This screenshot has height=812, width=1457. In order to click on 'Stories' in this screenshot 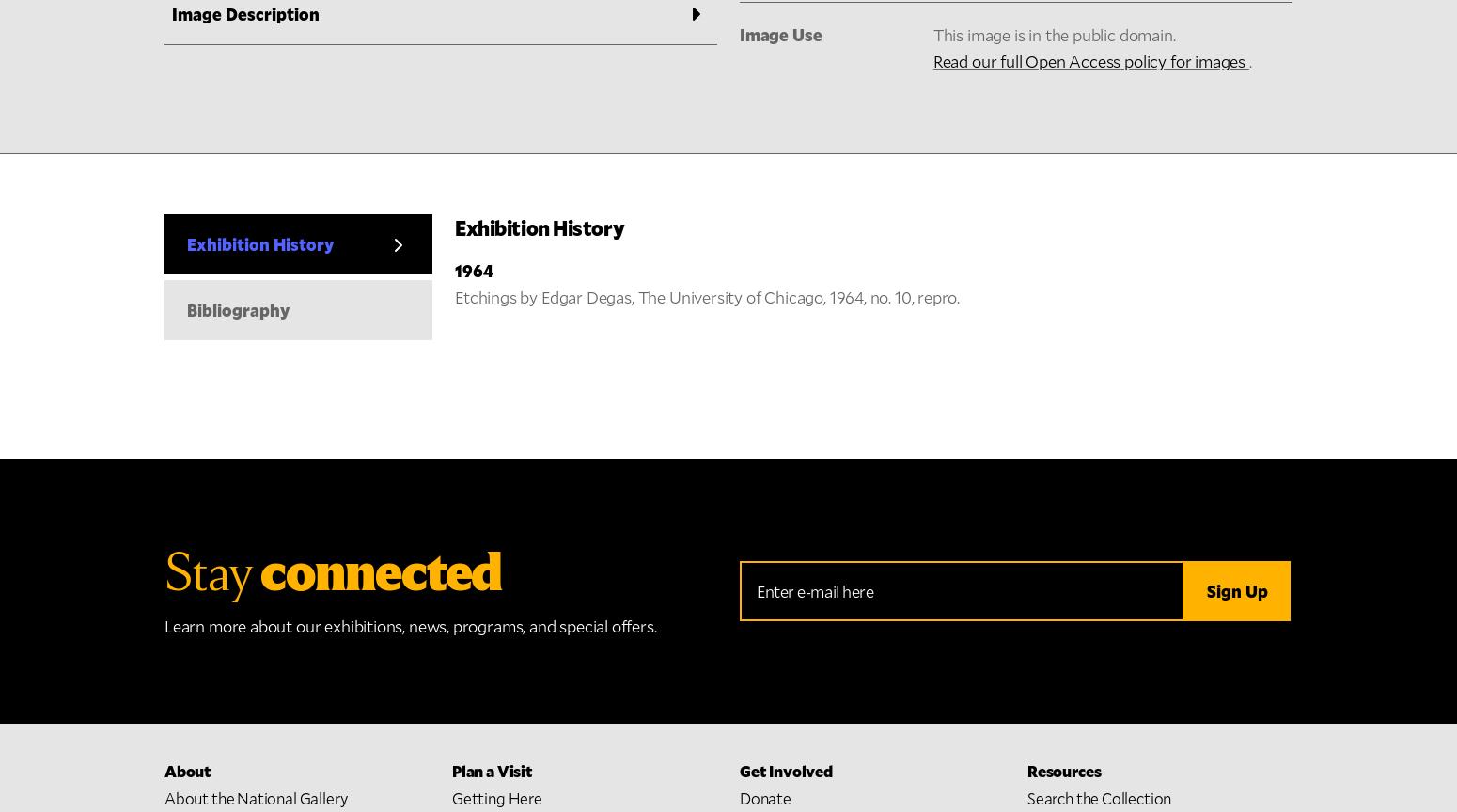, I will do `click(187, 283)`.